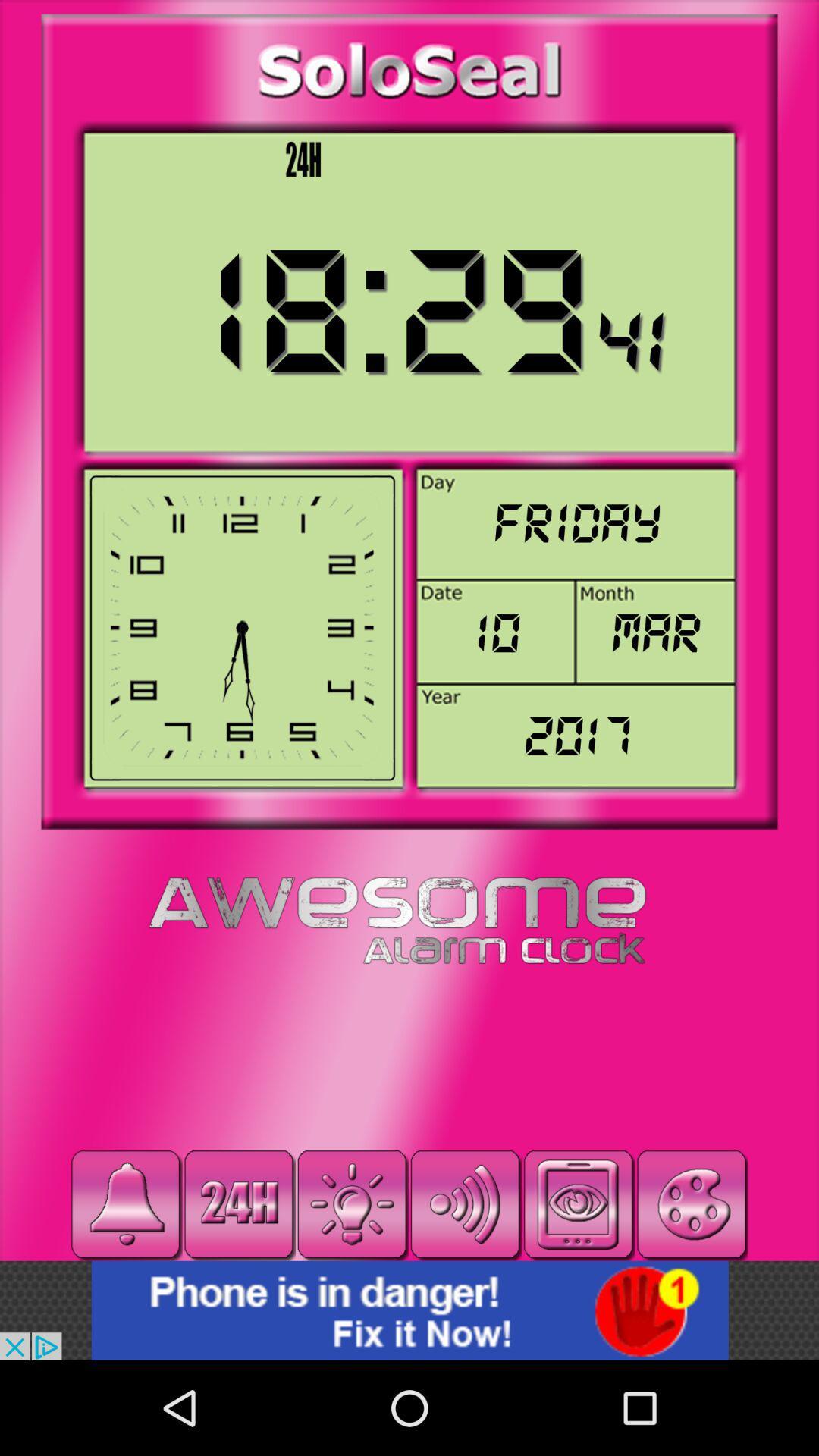  I want to click on paint, so click(692, 1203).